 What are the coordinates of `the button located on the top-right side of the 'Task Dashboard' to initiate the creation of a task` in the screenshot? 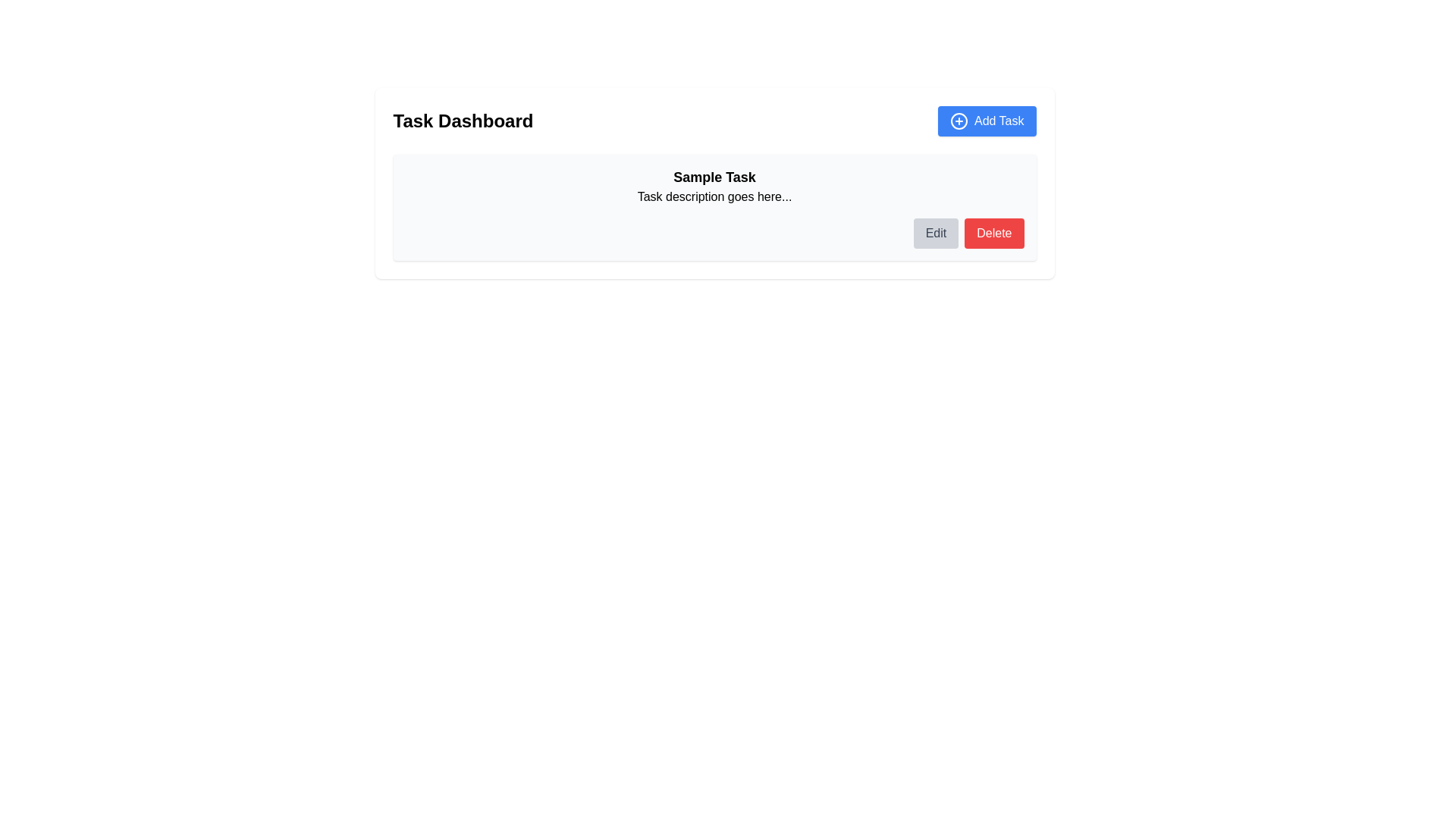 It's located at (987, 120).